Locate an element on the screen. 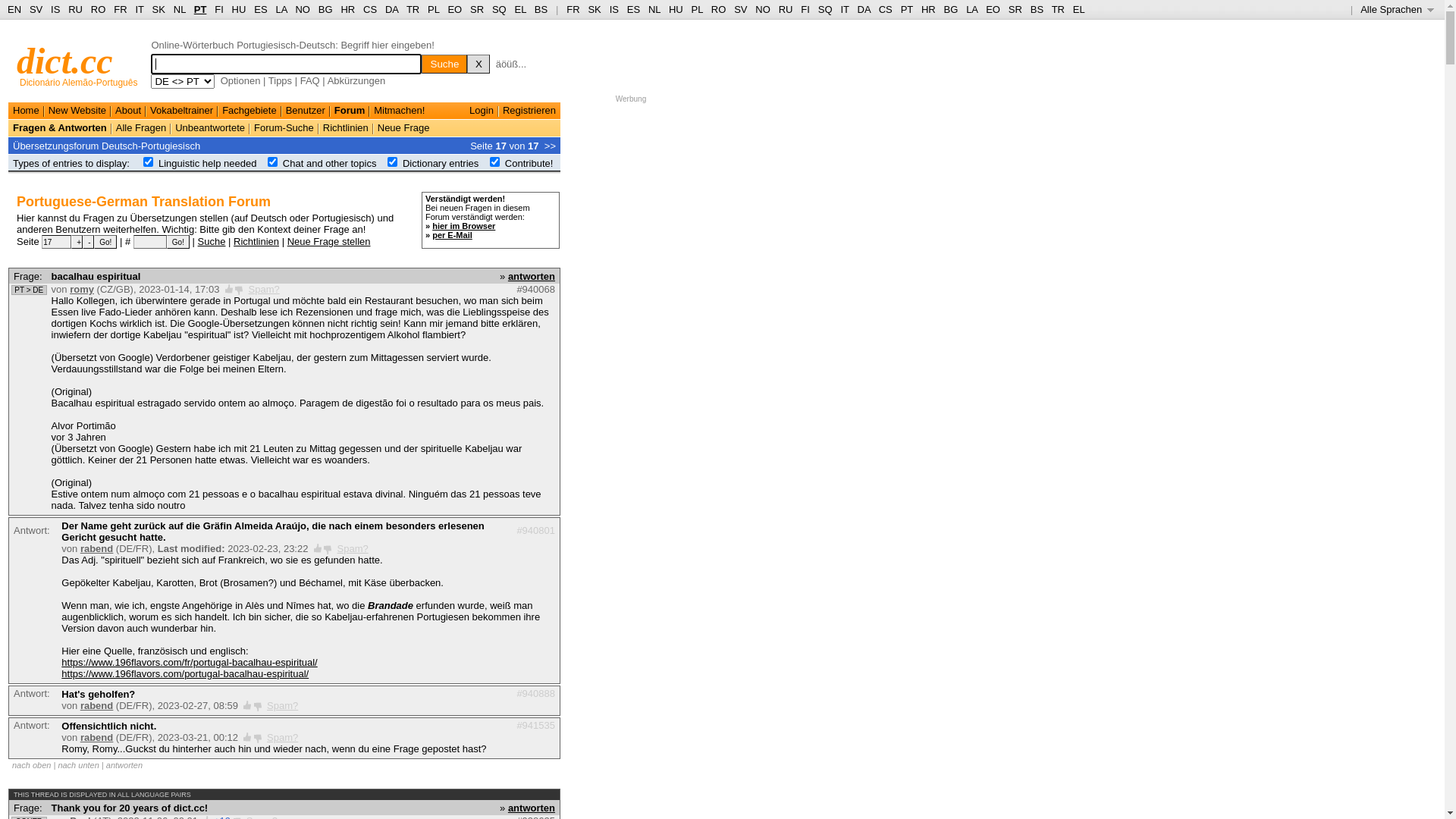 The width and height of the screenshot is (1456, 819). 'Chat and other topics' is located at coordinates (329, 163).